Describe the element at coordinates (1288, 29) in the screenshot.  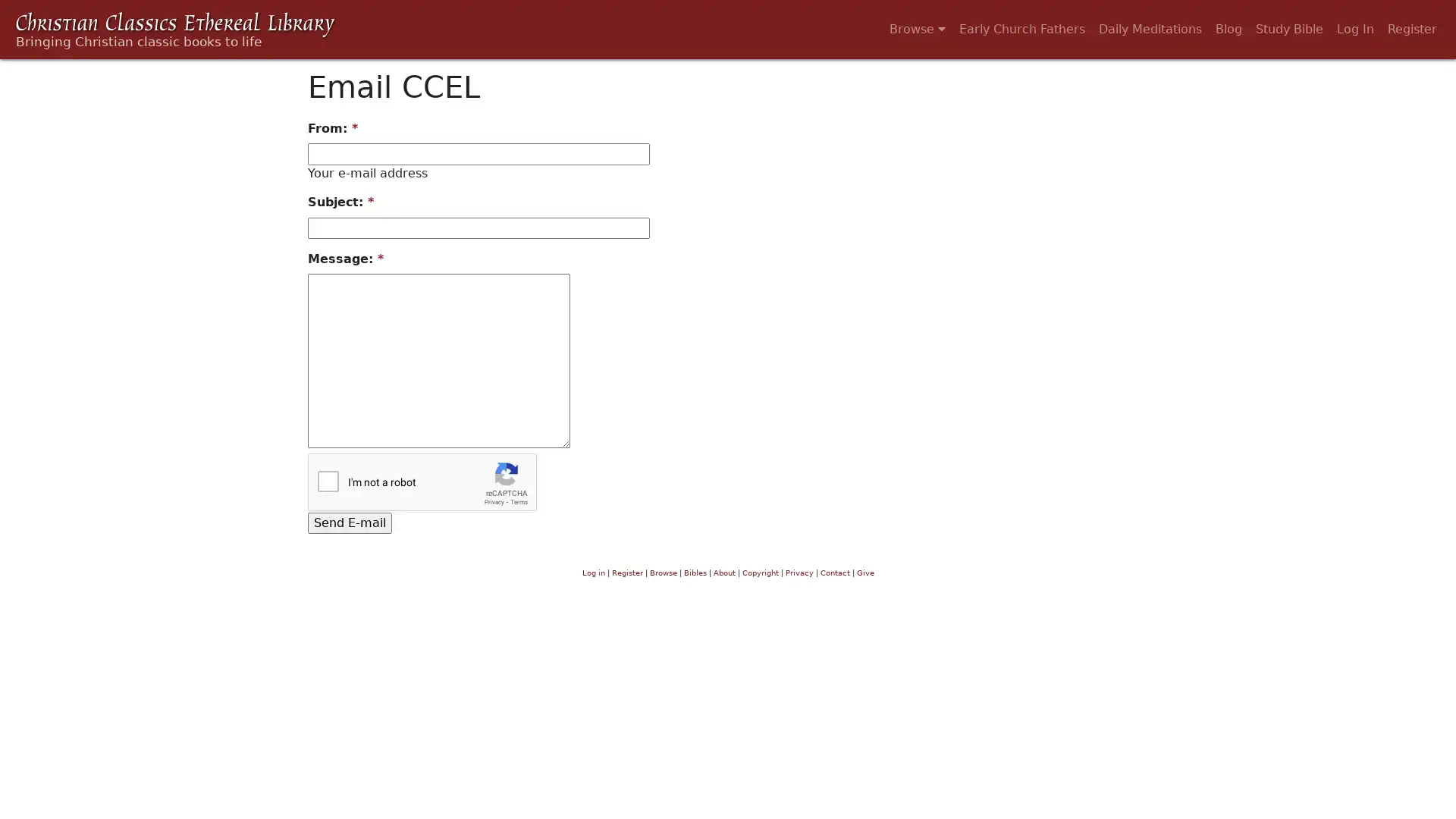
I see `Study Bible` at that location.